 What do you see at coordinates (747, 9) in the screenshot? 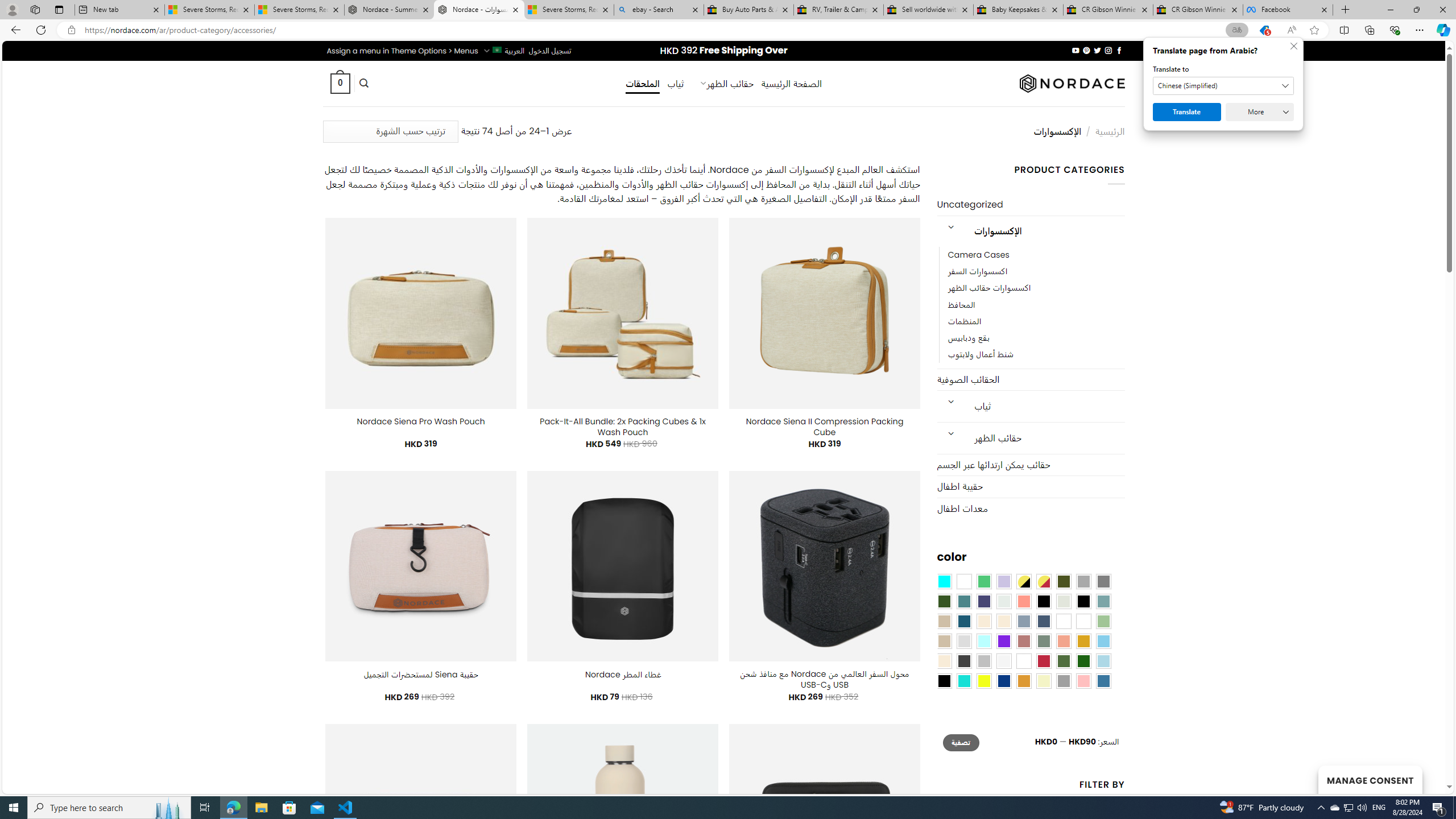
I see `'Buy Auto Parts & Accessories | eBay'` at bounding box center [747, 9].